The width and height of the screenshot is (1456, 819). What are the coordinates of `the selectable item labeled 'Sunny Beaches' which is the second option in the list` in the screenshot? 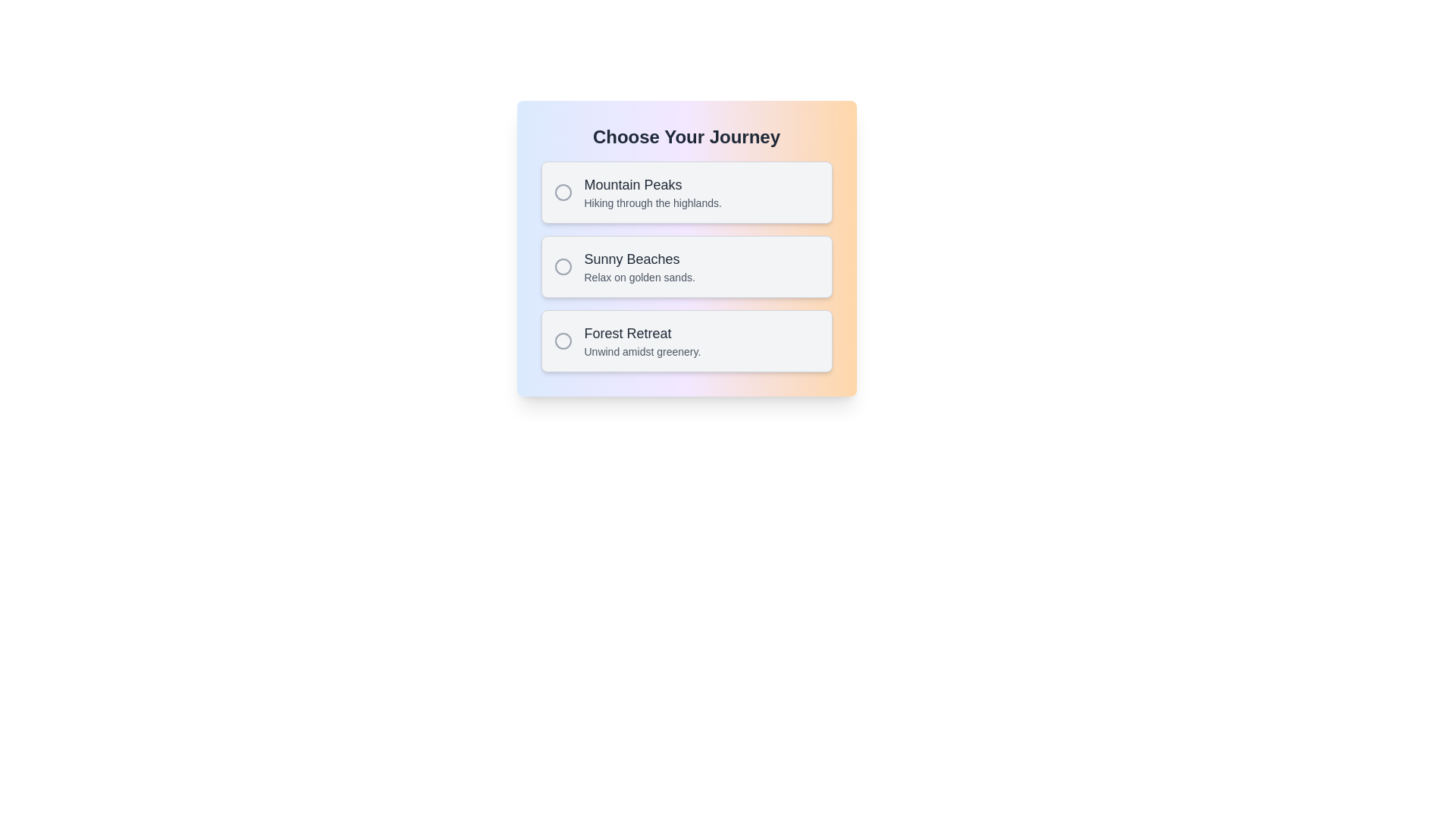 It's located at (686, 265).